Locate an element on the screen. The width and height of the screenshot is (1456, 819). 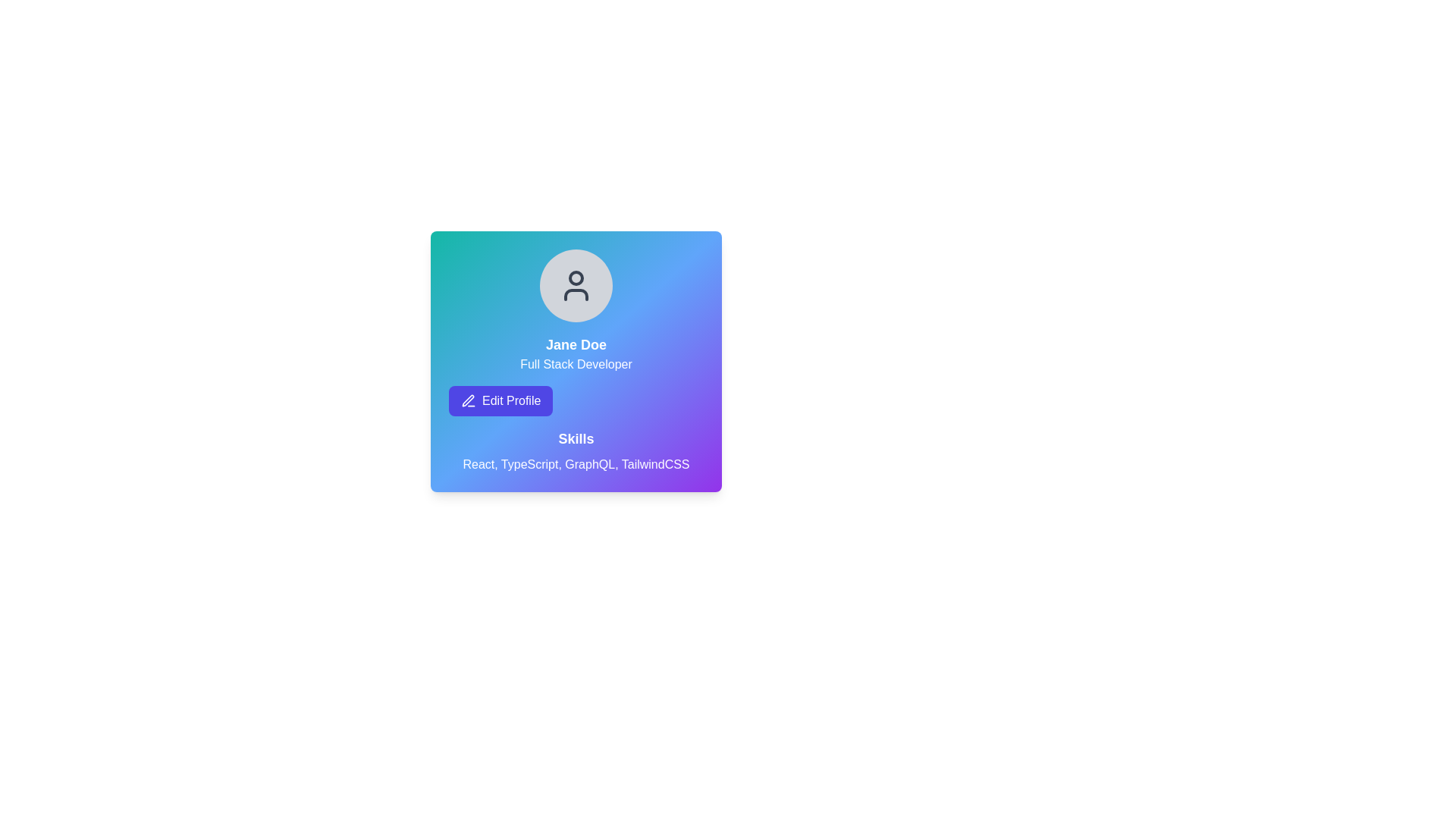
text content of the 'Skills' section, which includes proficiencies: 'React, TypeScript, GraphQL, and TailwindCSS'. This section is visually distinct with a bold title and a gradient background is located at coordinates (575, 450).